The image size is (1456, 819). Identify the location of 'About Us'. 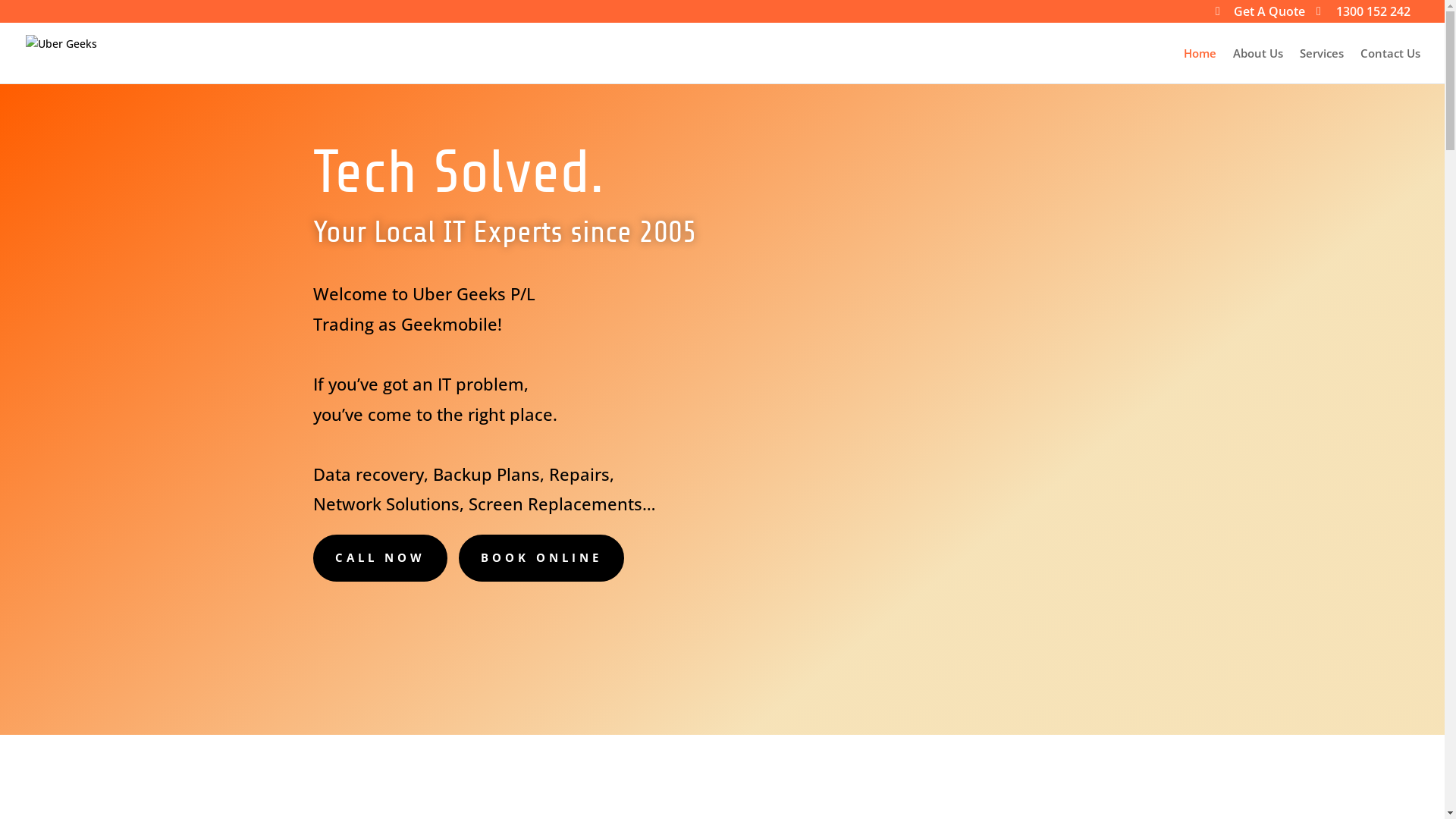
(1258, 64).